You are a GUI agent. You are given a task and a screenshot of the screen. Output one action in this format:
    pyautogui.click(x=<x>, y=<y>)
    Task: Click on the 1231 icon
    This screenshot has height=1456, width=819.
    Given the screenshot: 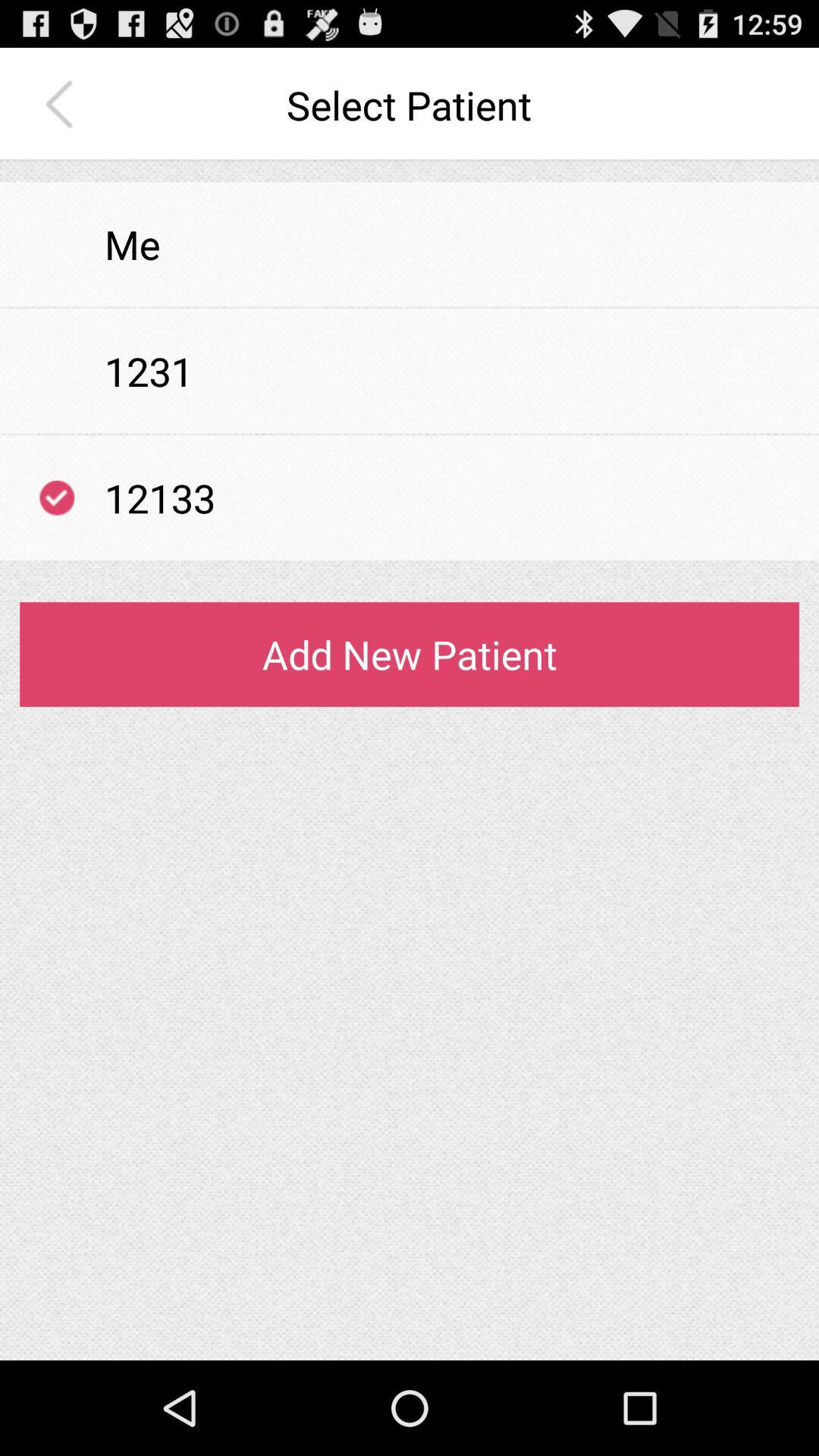 What is the action you would take?
    pyautogui.click(x=149, y=371)
    